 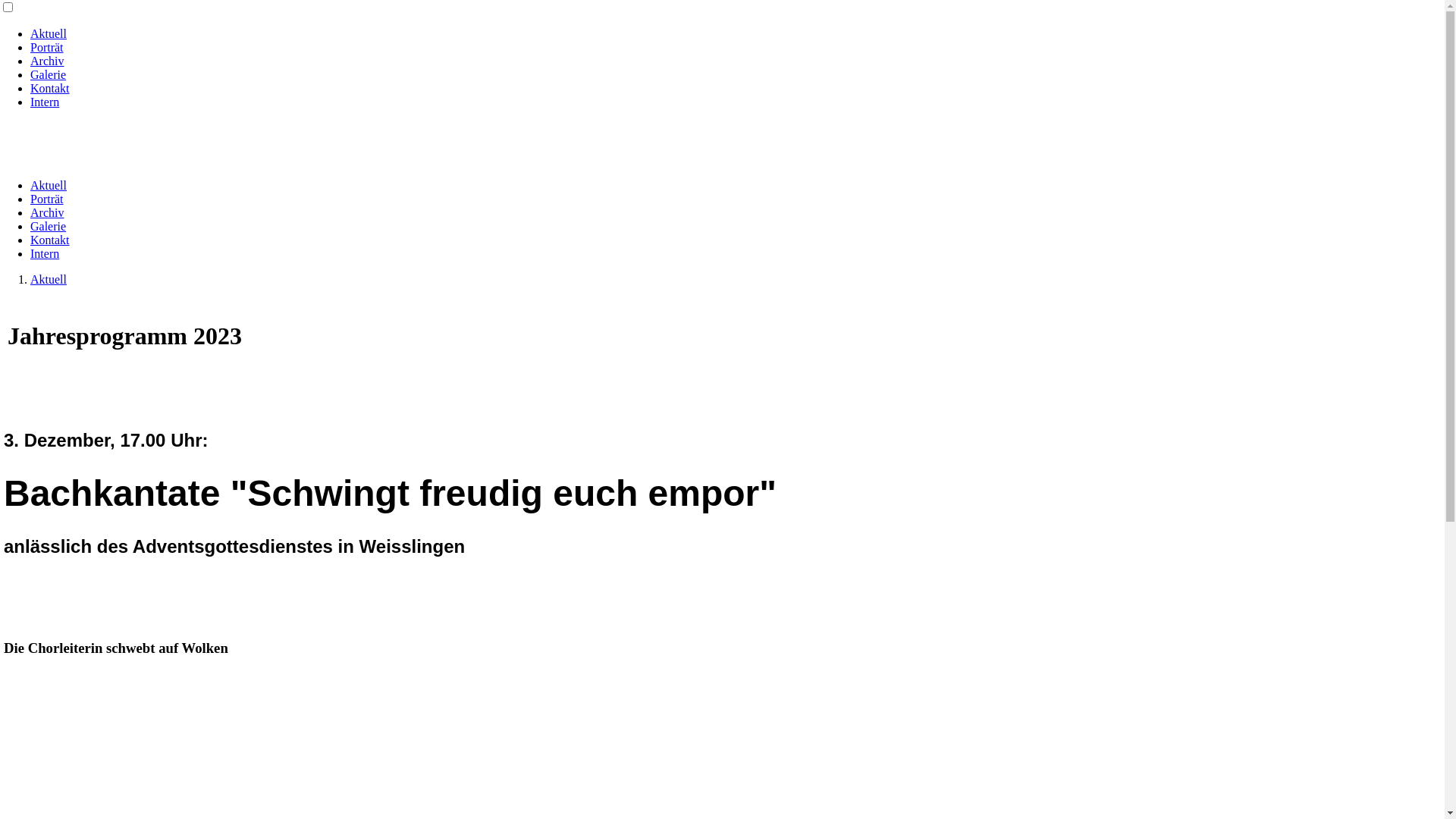 What do you see at coordinates (48, 33) in the screenshot?
I see `'Aktuell'` at bounding box center [48, 33].